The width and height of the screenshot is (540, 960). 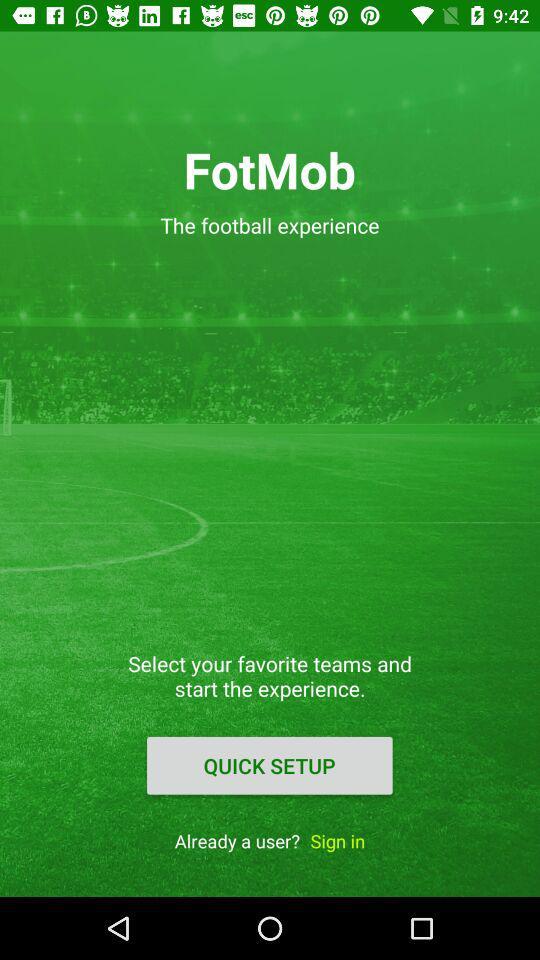 What do you see at coordinates (337, 840) in the screenshot?
I see `sign in icon` at bounding box center [337, 840].